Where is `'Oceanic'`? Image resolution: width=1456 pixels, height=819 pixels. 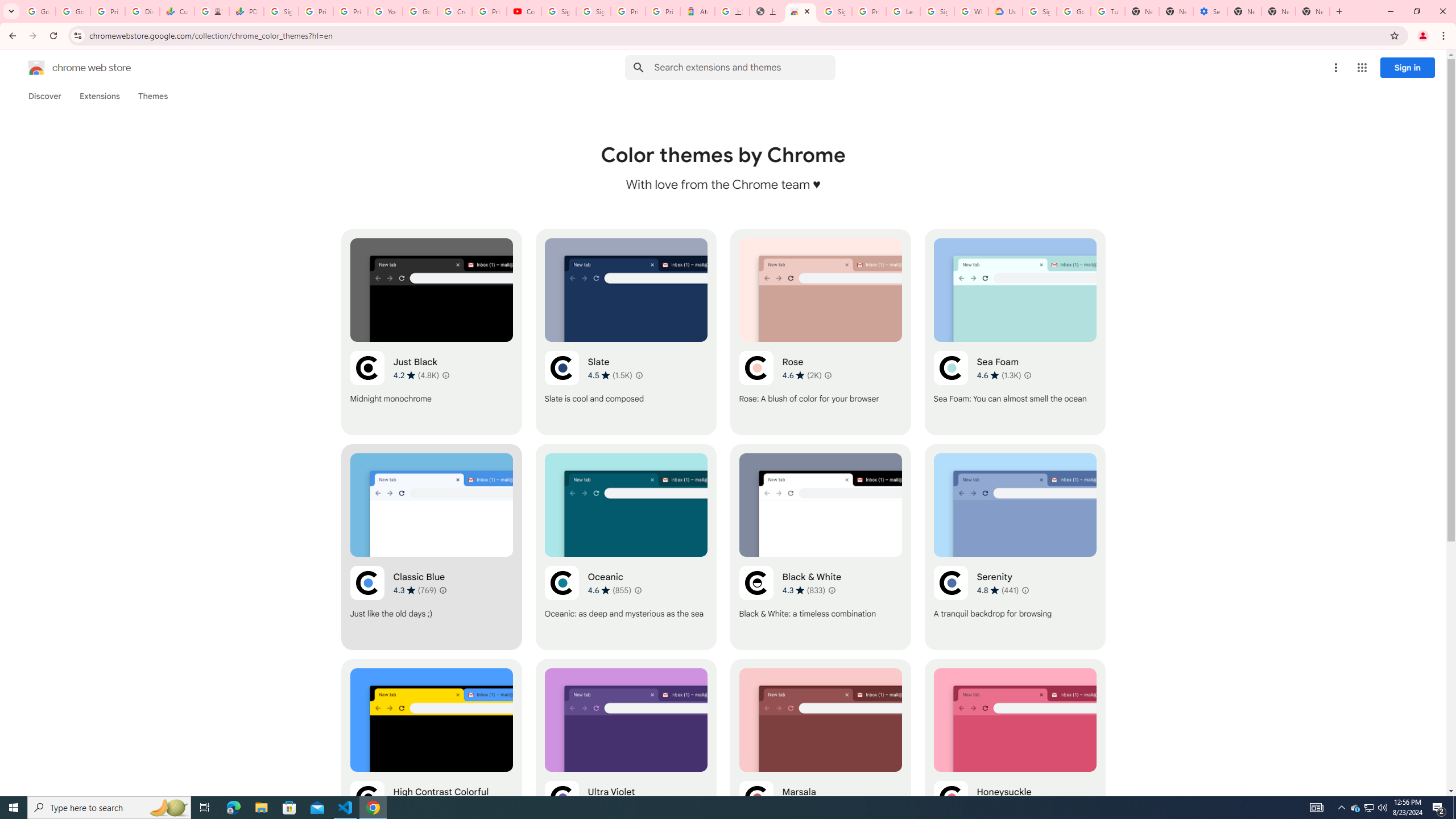 'Oceanic' is located at coordinates (626, 547).